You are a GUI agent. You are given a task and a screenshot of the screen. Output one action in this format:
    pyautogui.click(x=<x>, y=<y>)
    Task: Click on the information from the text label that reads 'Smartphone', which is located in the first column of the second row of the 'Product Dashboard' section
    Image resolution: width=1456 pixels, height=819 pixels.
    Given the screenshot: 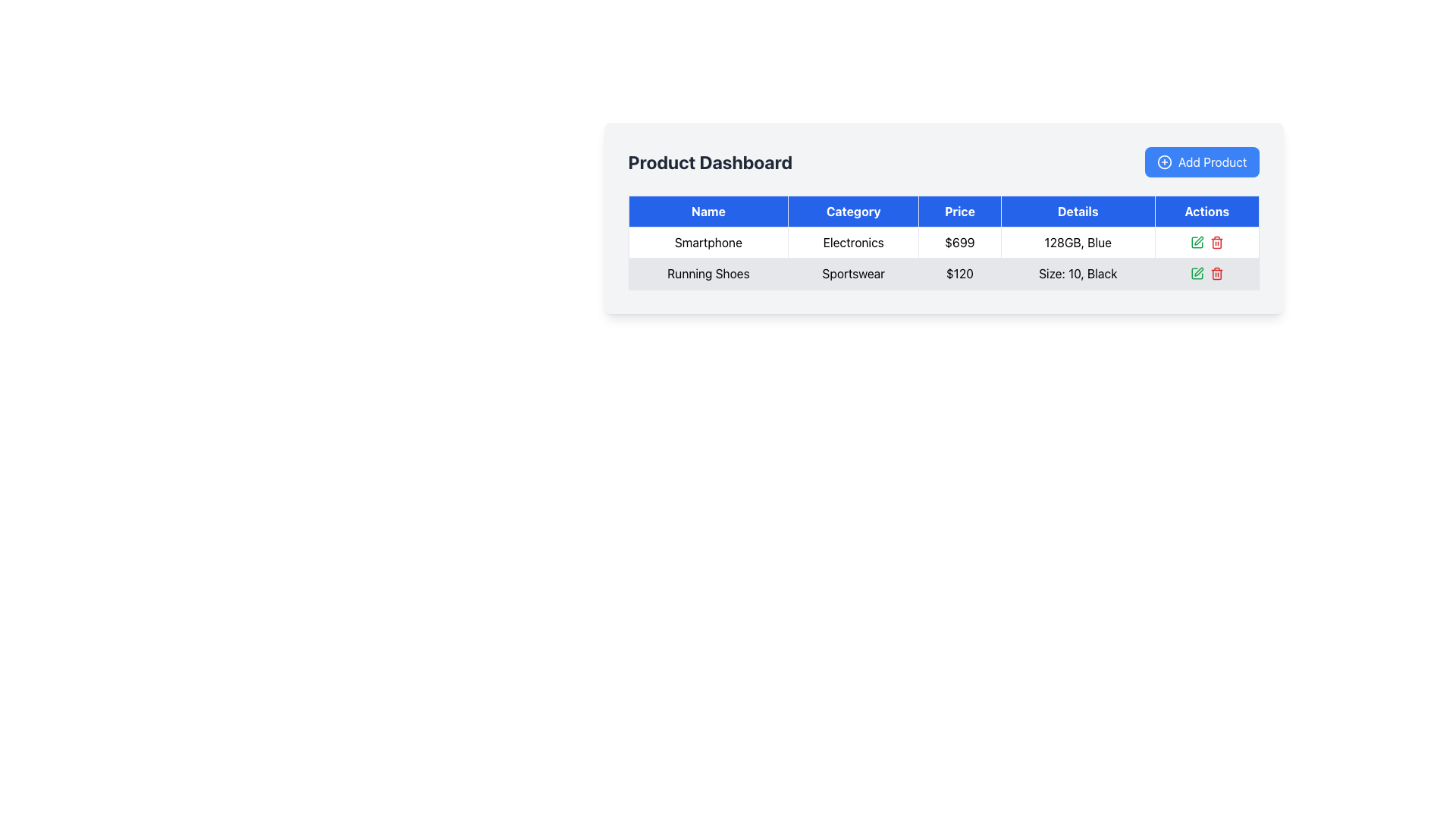 What is the action you would take?
    pyautogui.click(x=708, y=242)
    